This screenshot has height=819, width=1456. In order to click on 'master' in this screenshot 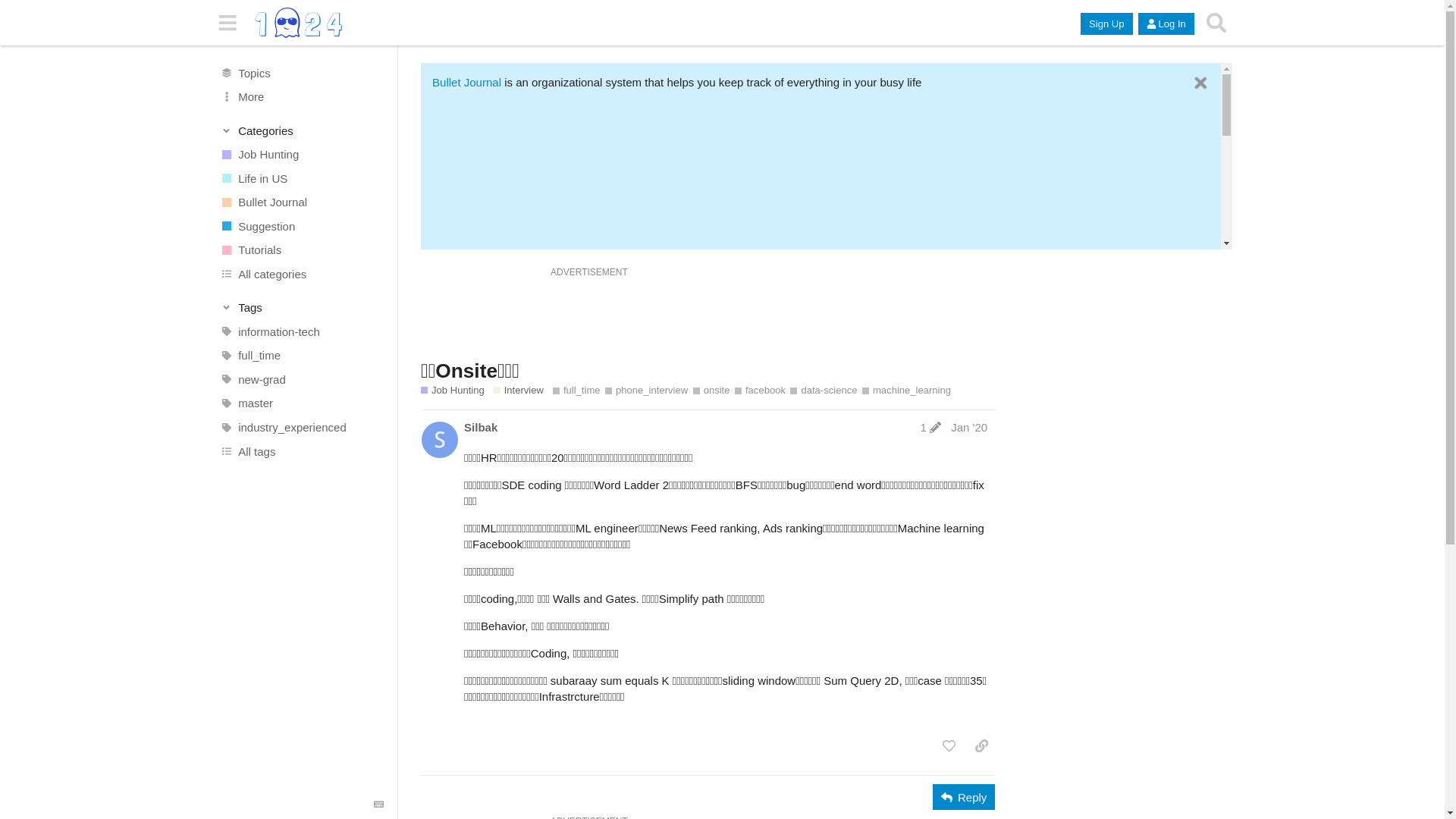, I will do `click(301, 403)`.